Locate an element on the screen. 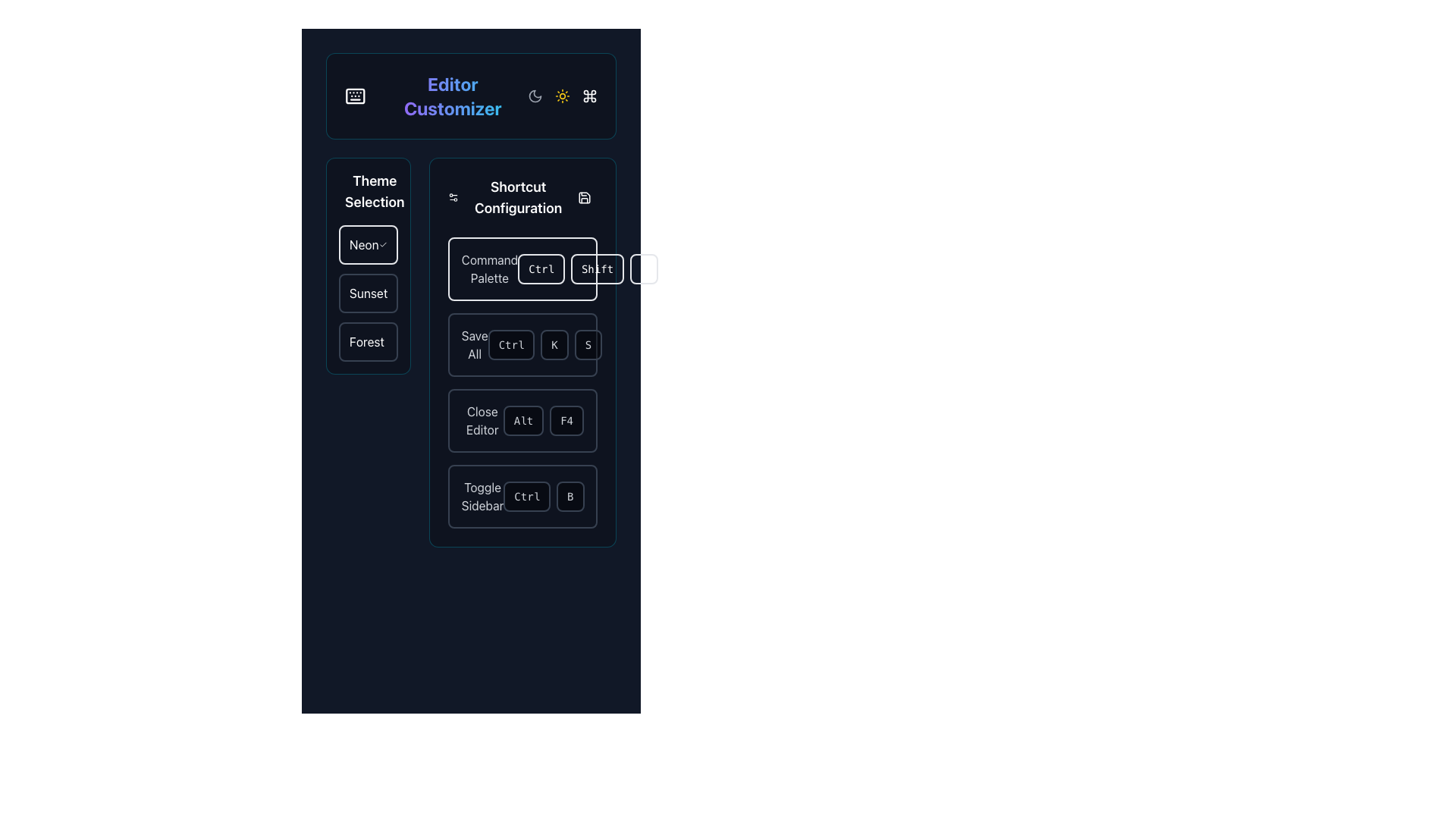  the 'Sunset' button, which is styled in bold, capitalized text and is the second option in the 'Theme Selection' section is located at coordinates (368, 293).